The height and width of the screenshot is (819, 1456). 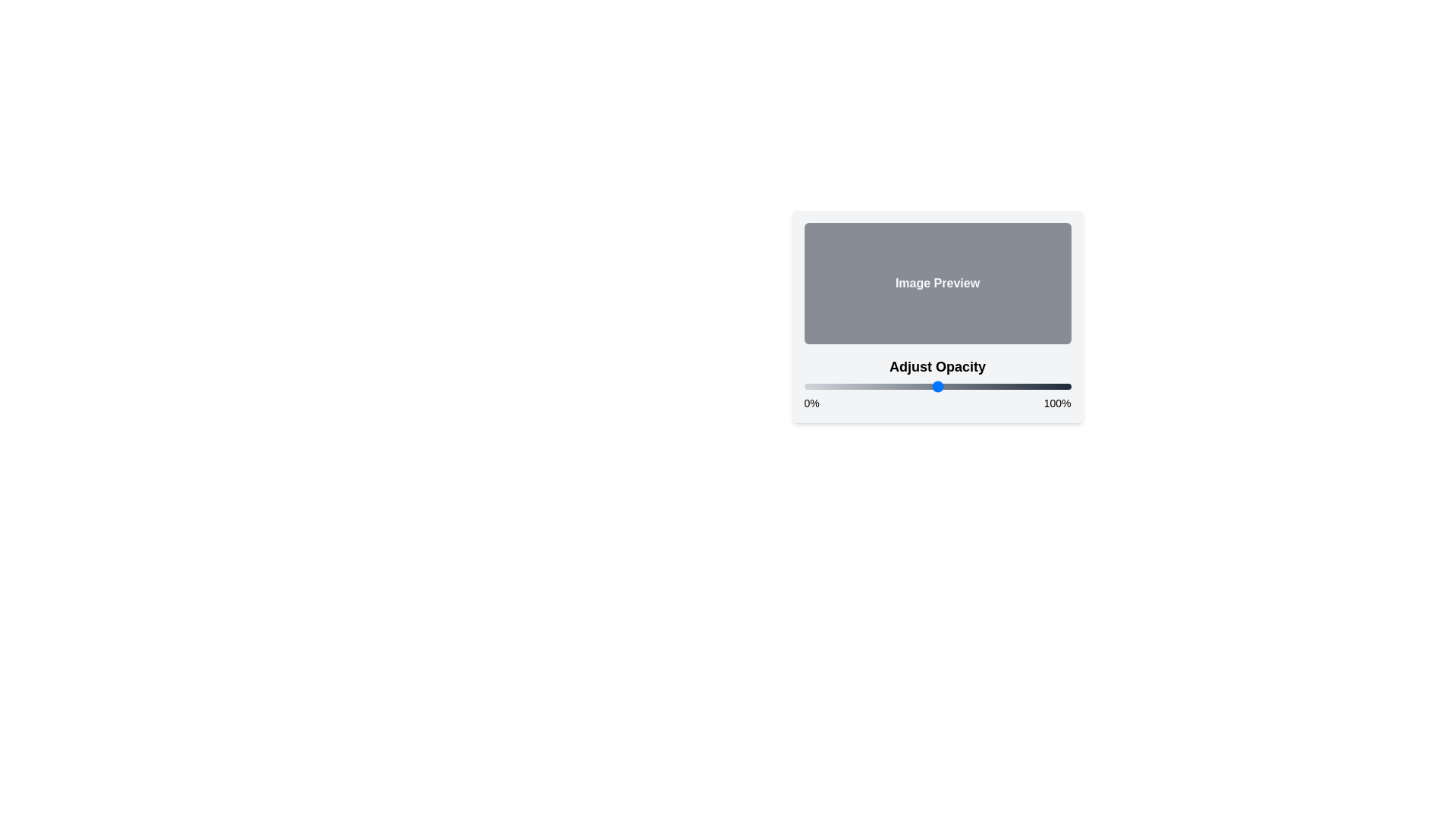 I want to click on slider value, so click(x=945, y=385).